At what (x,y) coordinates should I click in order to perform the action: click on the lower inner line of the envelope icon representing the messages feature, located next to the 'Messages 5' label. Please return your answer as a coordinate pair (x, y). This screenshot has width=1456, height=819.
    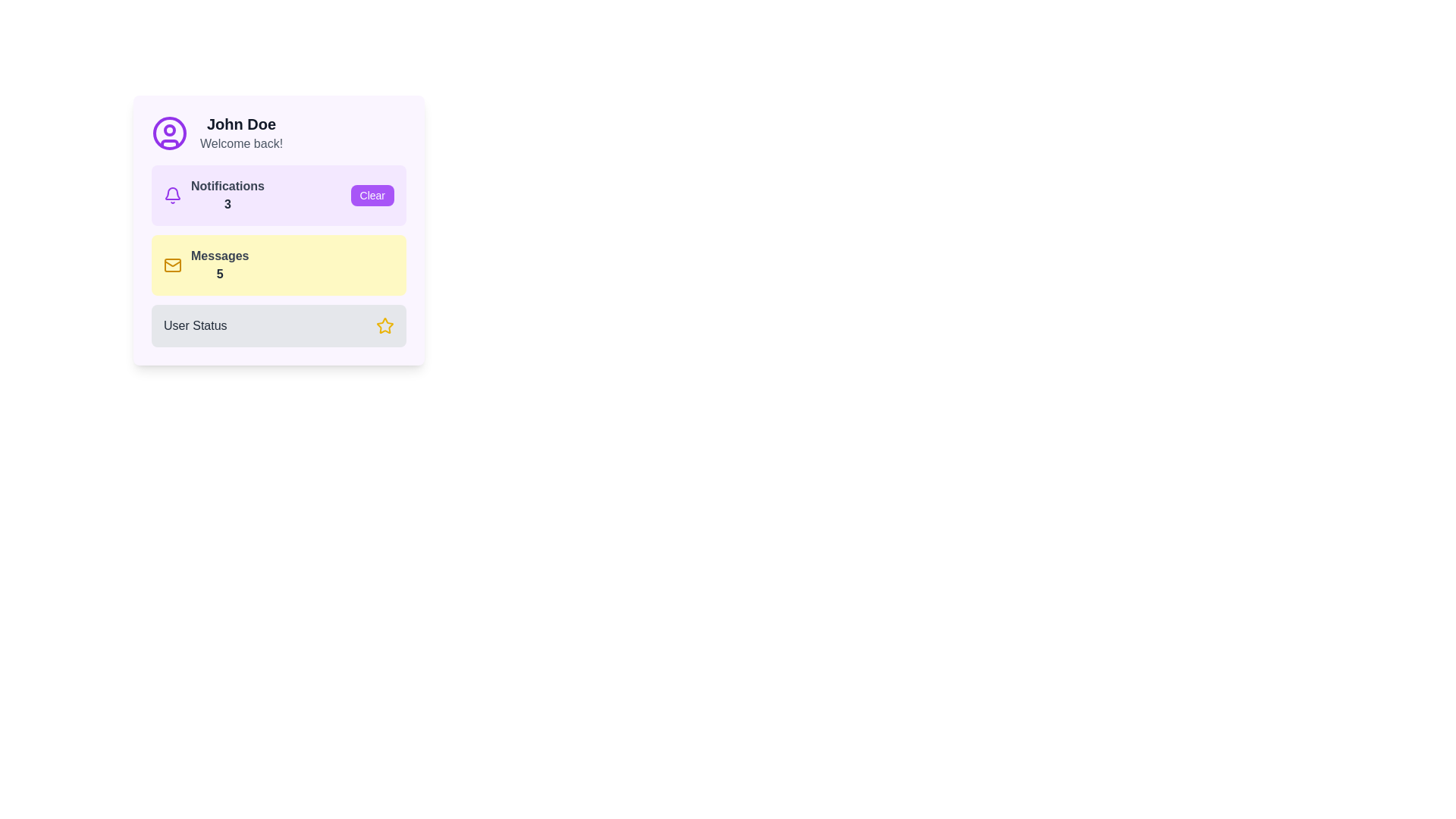
    Looking at the image, I should click on (172, 262).